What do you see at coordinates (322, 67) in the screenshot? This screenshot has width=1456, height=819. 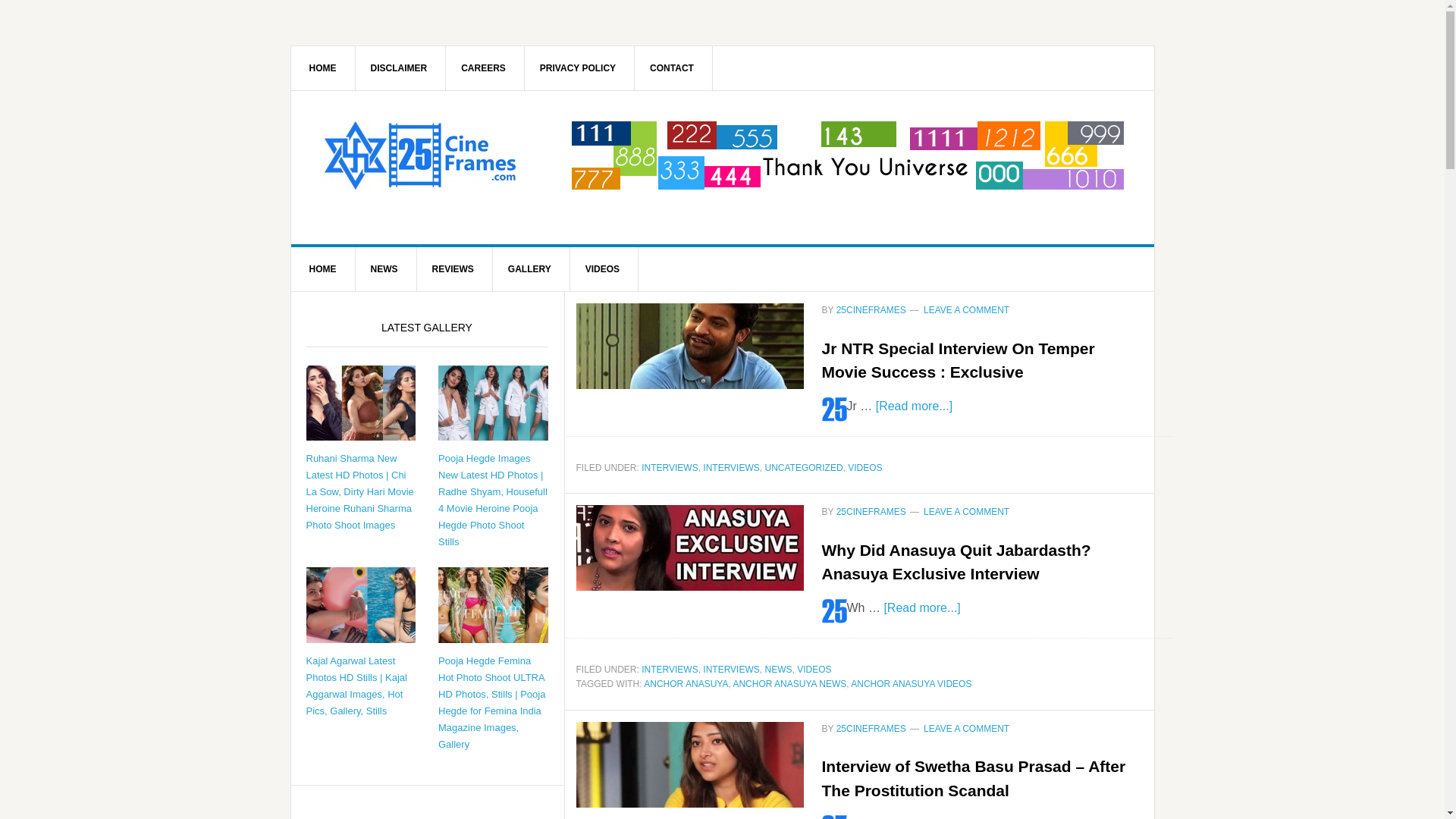 I see `'HOME'` at bounding box center [322, 67].